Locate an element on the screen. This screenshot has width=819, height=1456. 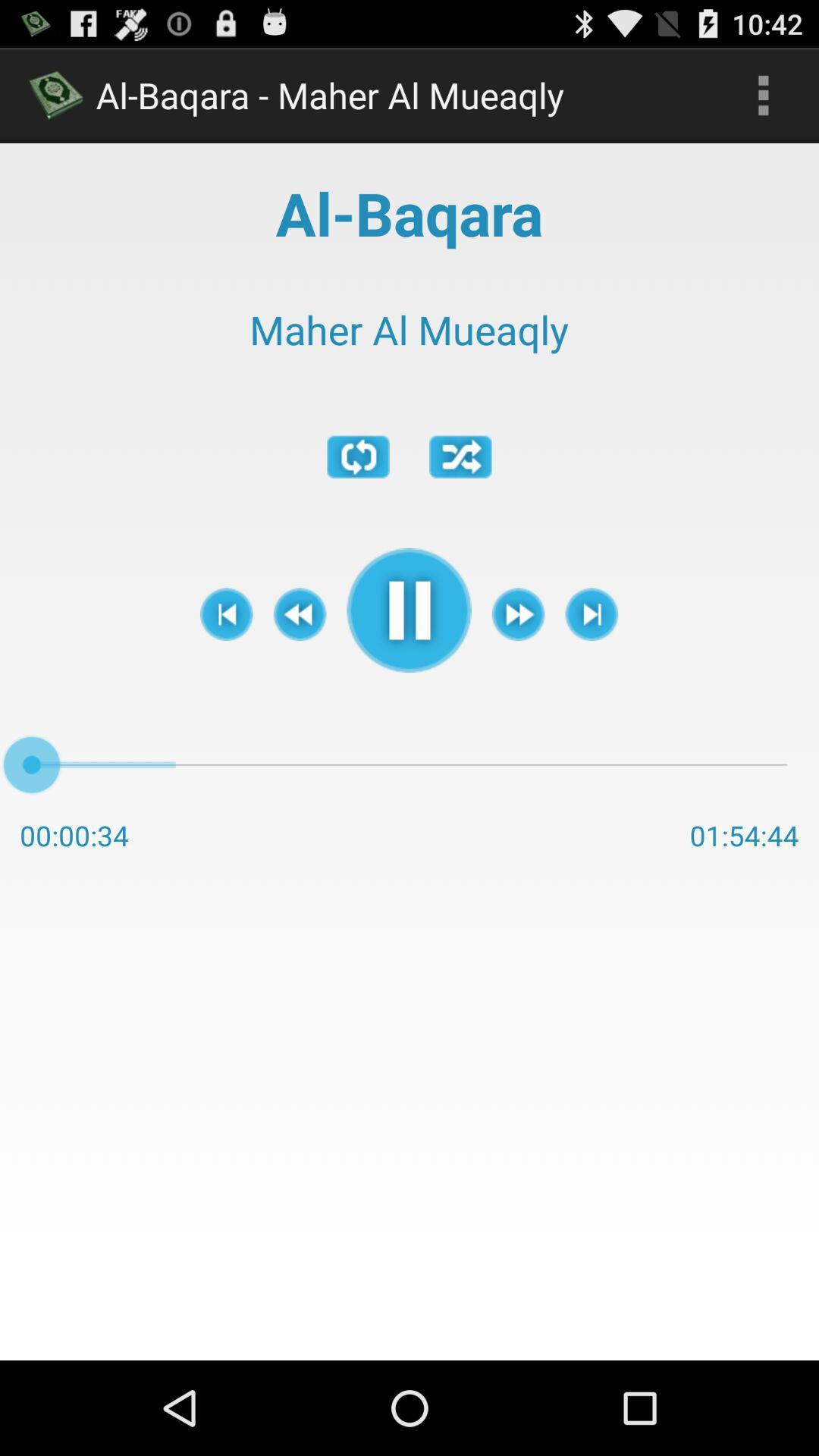
the repeat icon is located at coordinates (358, 488).